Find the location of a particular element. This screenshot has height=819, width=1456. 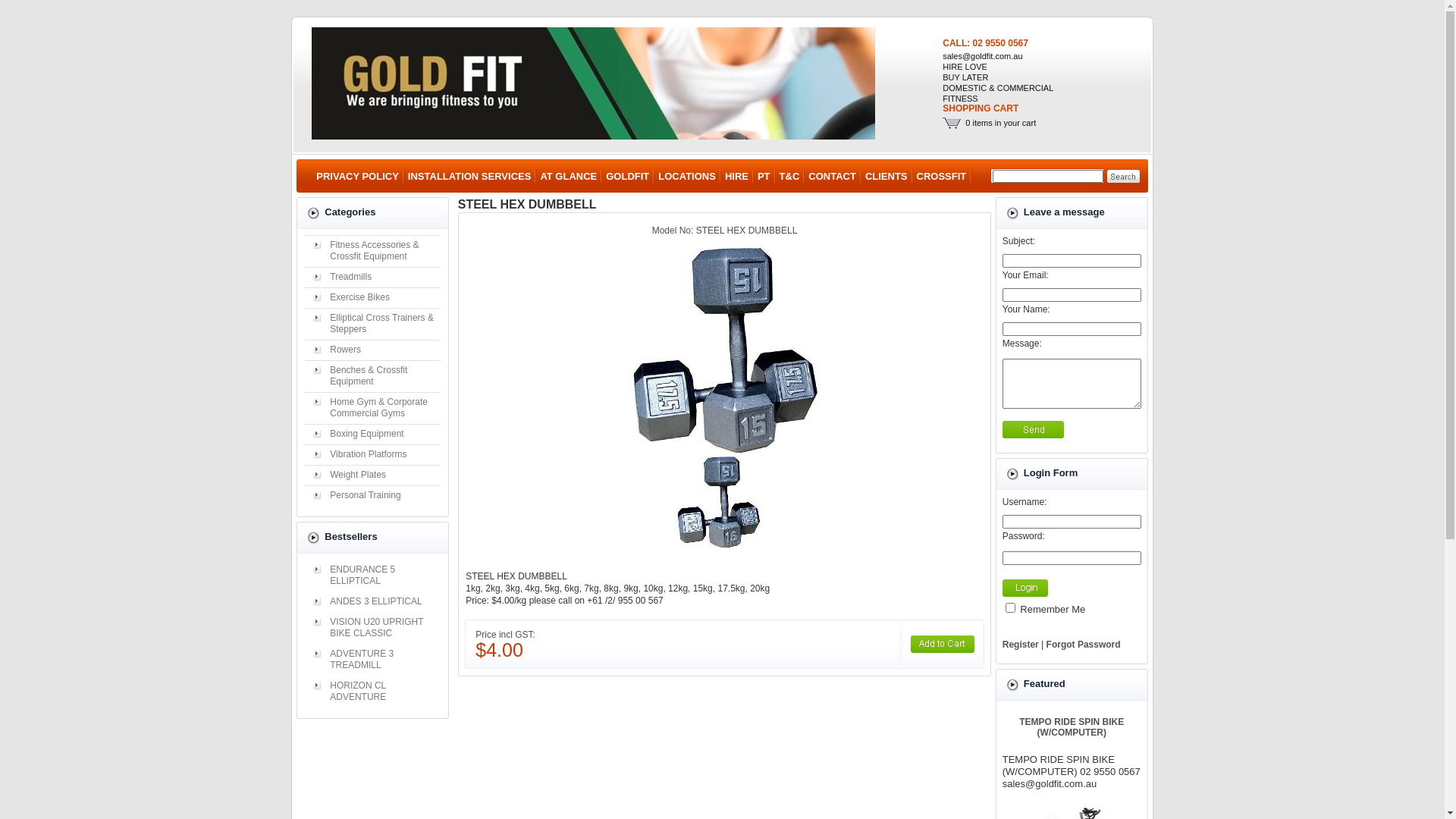

'Treadmills' is located at coordinates (372, 277).